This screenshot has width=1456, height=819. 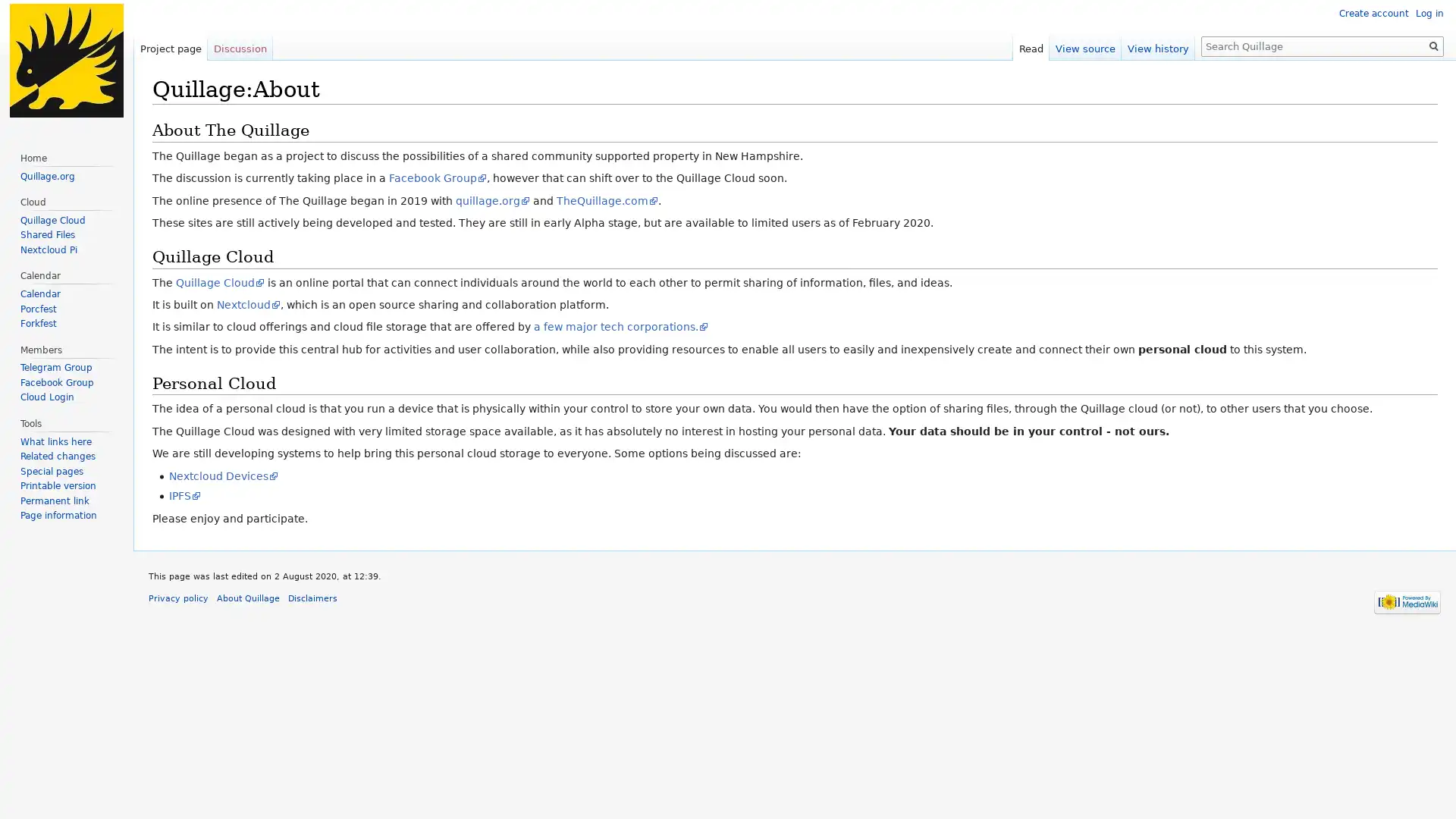 What do you see at coordinates (1433, 45) in the screenshot?
I see `Go` at bounding box center [1433, 45].